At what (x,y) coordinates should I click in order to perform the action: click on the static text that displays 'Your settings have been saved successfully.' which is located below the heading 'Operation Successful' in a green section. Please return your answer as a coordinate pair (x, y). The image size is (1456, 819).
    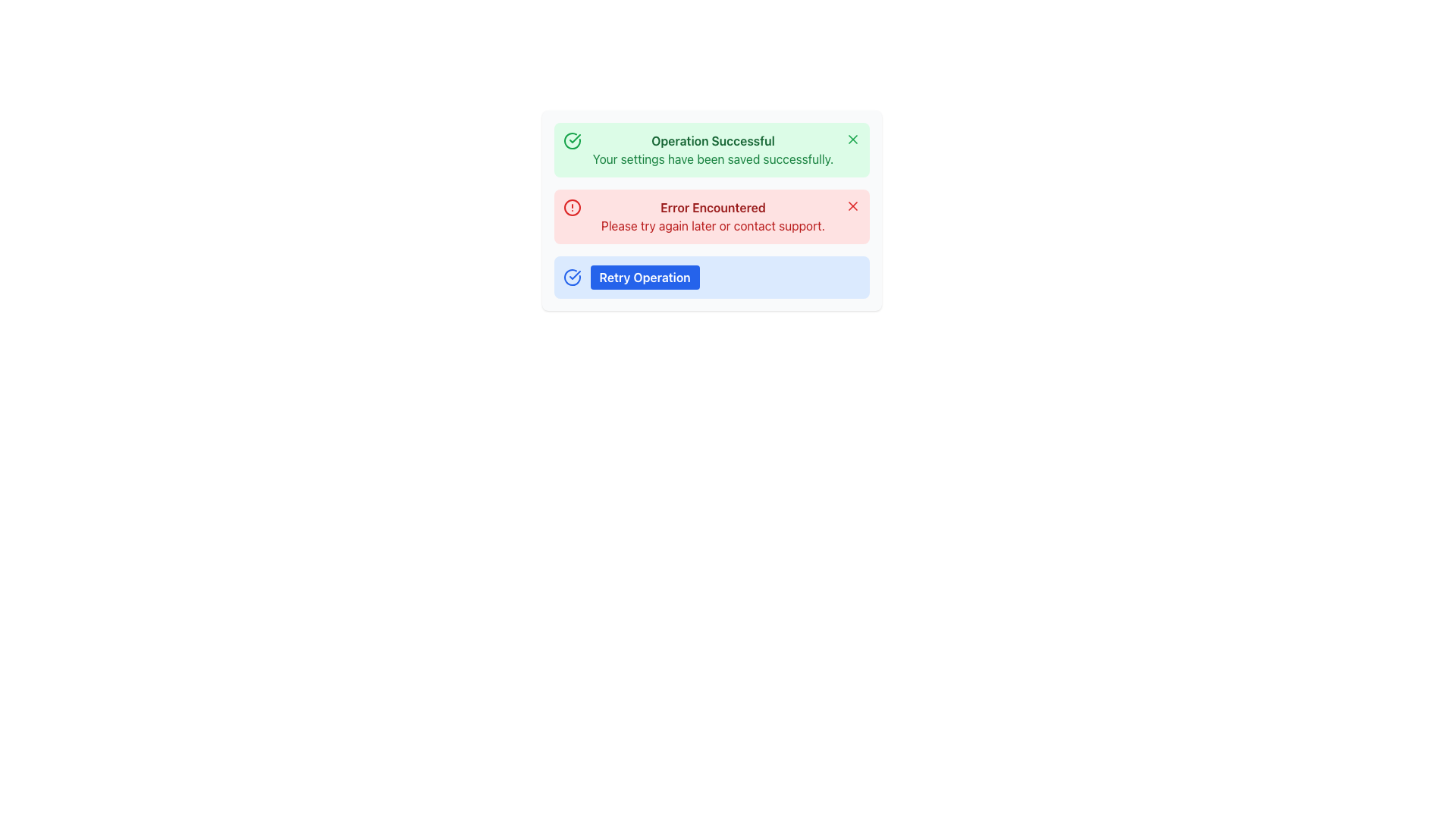
    Looking at the image, I should click on (712, 158).